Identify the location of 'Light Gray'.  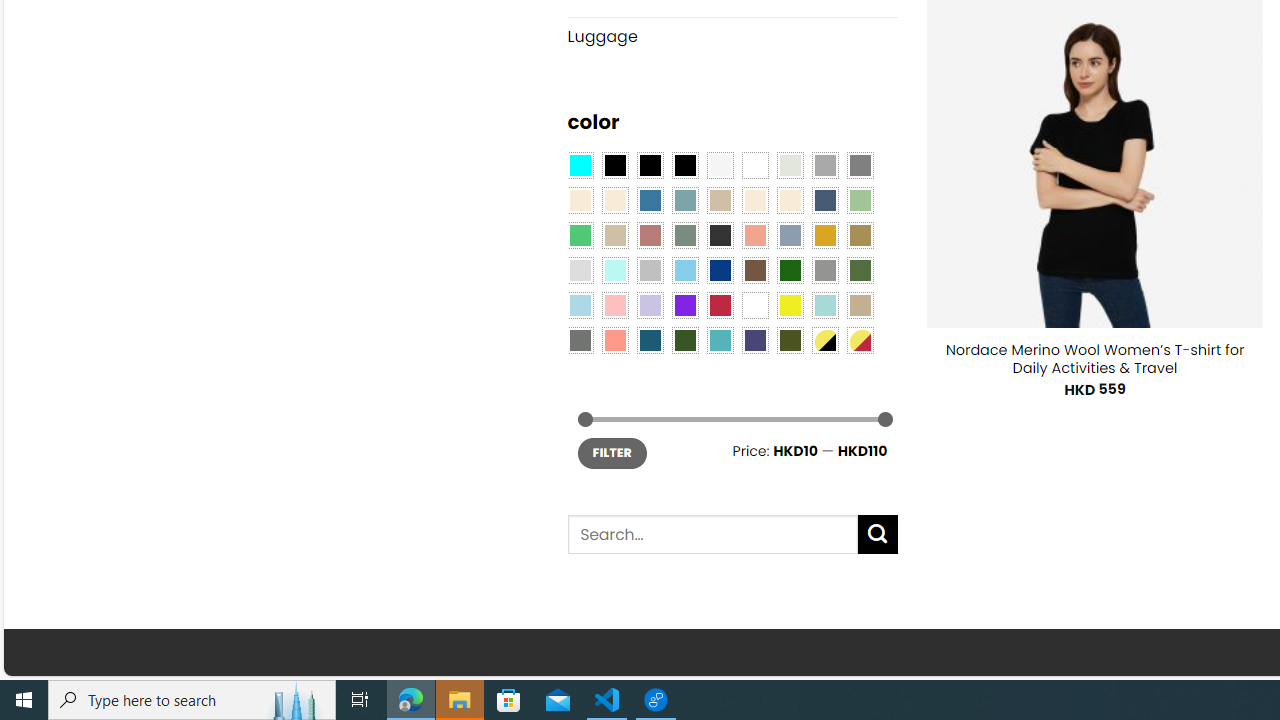
(578, 270).